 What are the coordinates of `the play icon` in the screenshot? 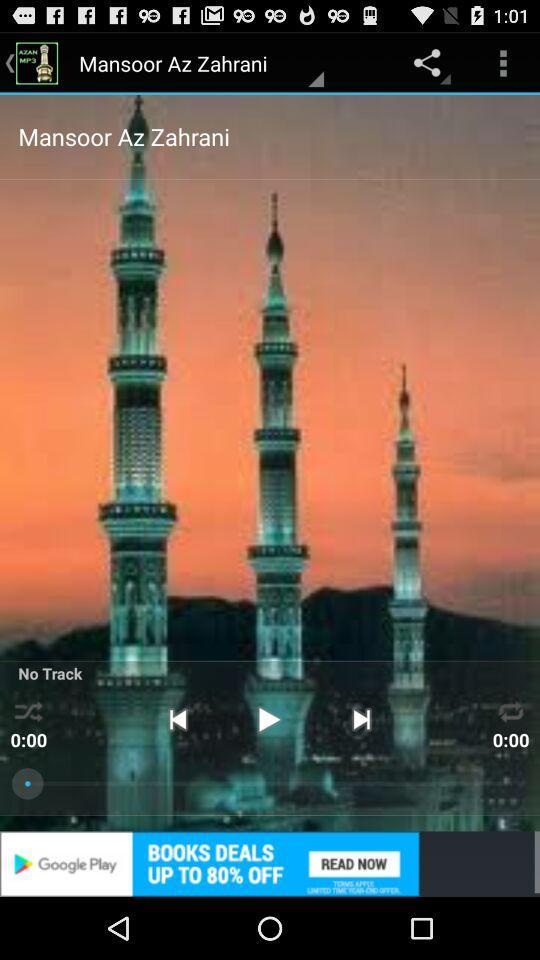 It's located at (269, 768).